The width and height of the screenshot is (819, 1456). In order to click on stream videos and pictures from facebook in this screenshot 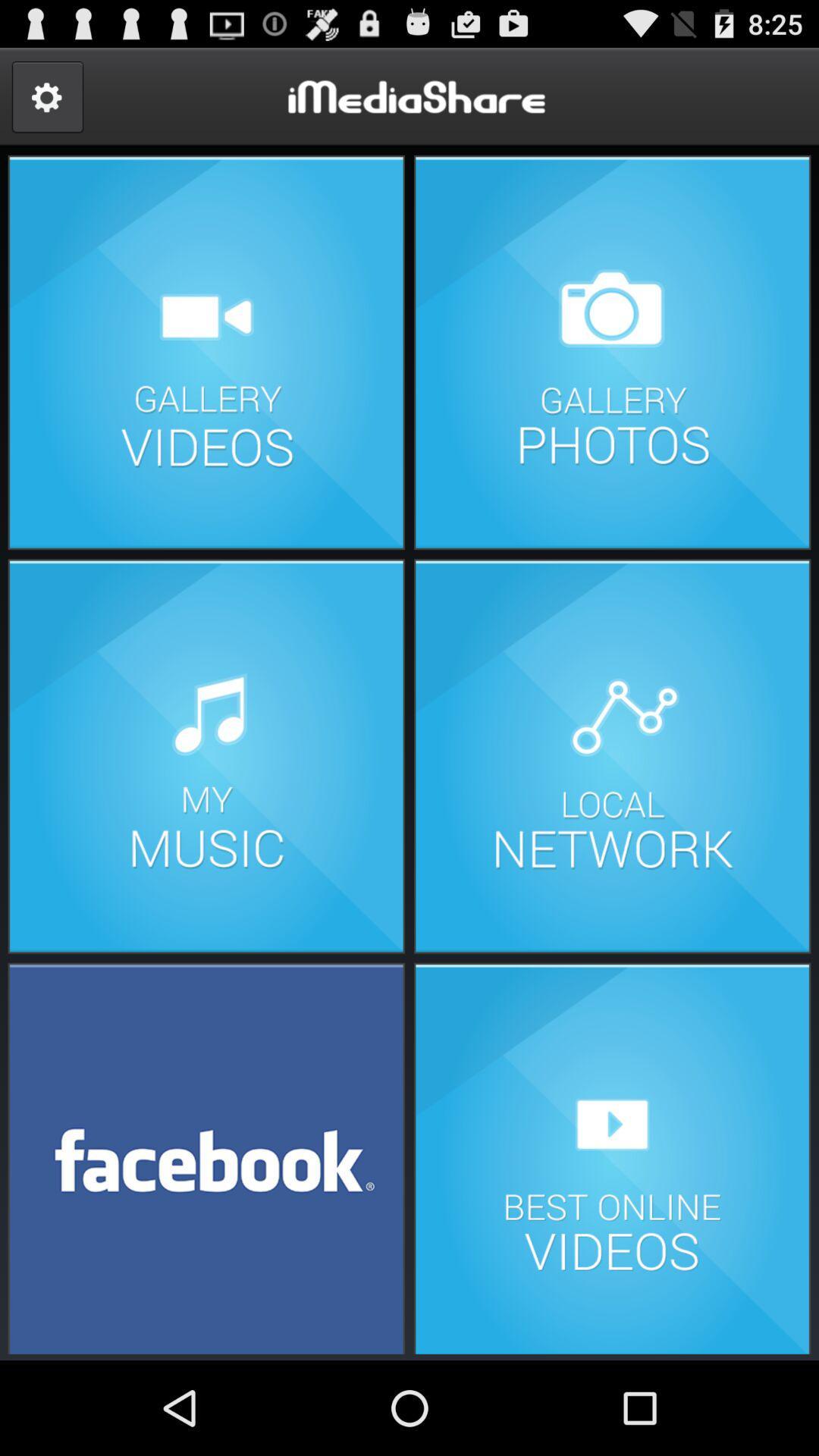, I will do `click(206, 1156)`.